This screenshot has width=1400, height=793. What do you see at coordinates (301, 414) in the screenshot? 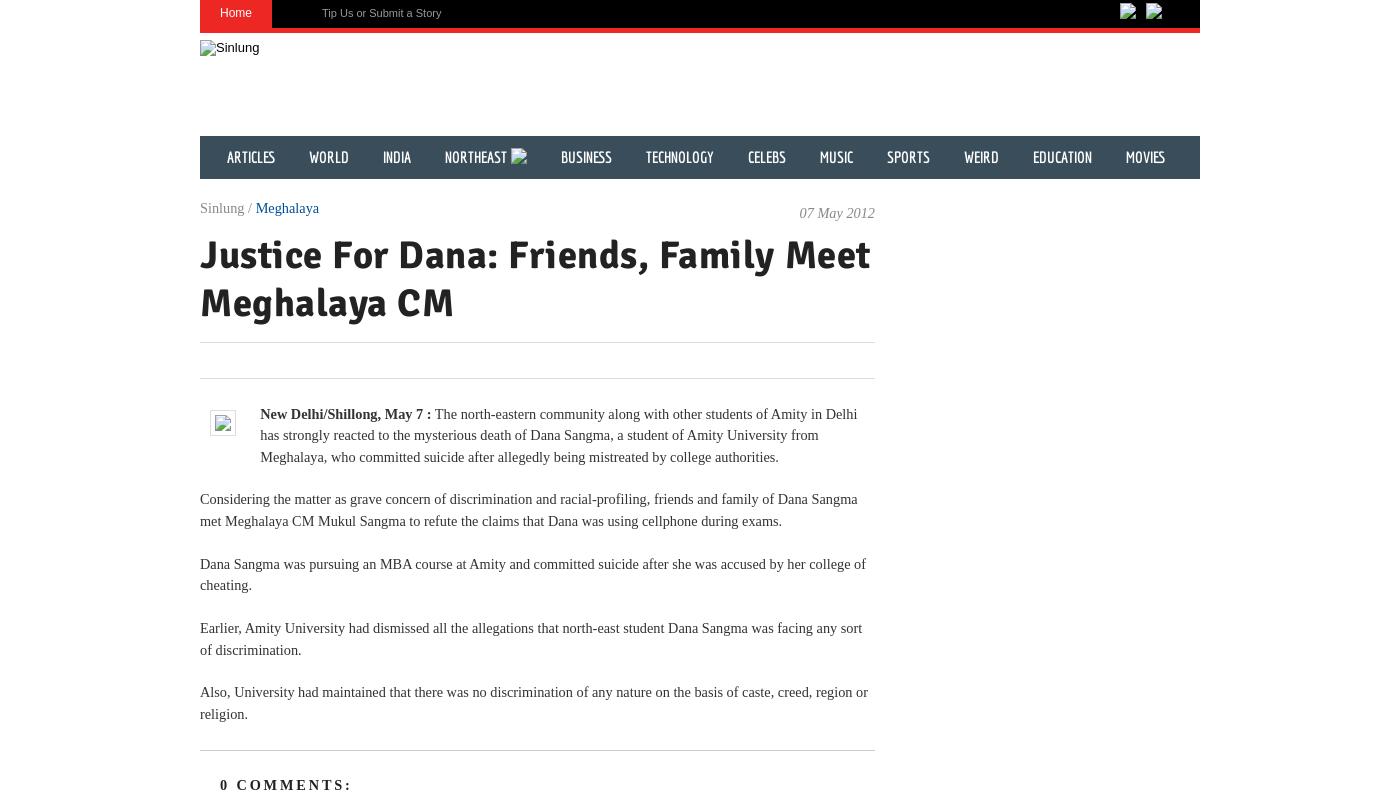
I see `'Sikkim'` at bounding box center [301, 414].